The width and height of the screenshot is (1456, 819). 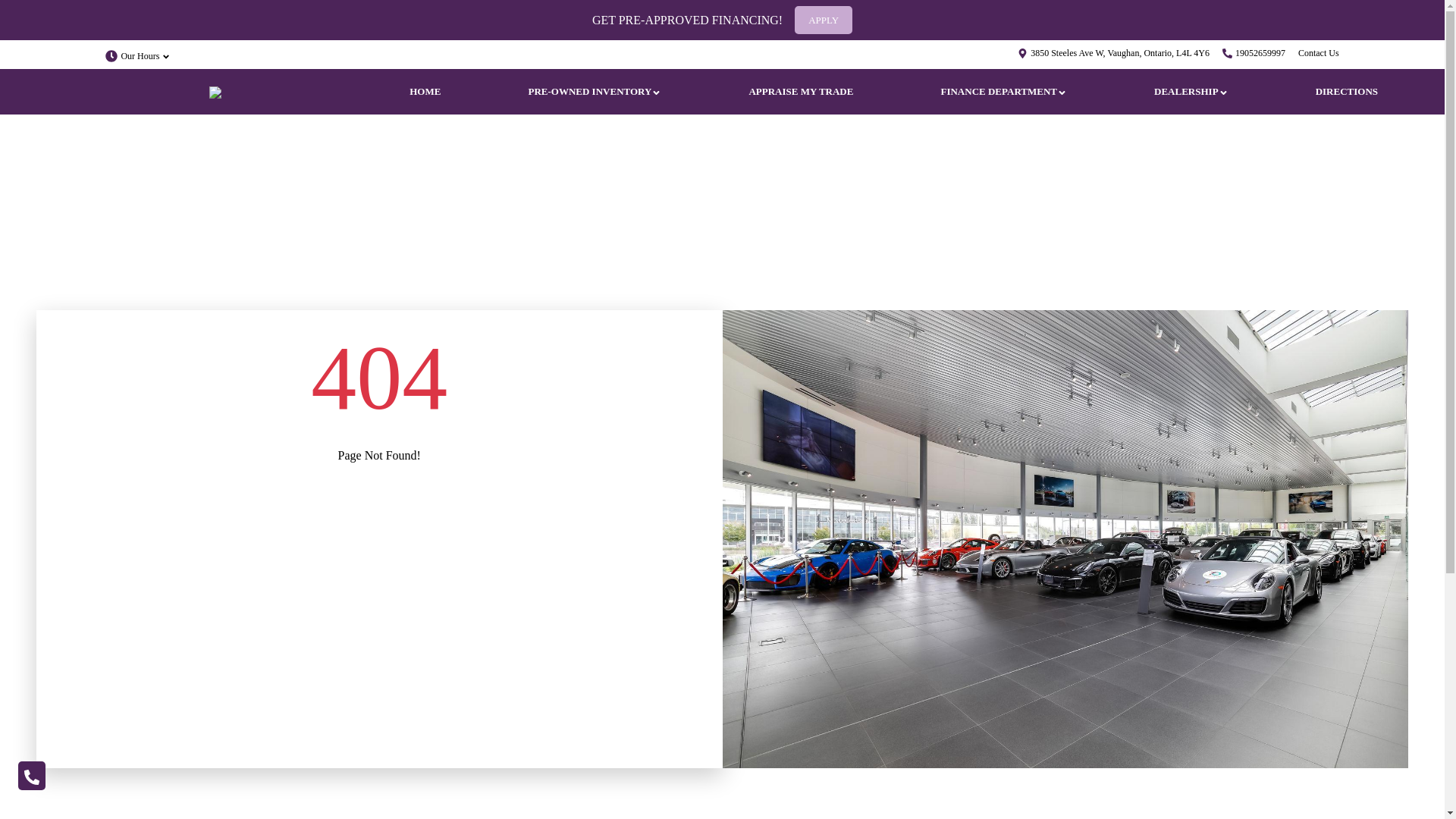 I want to click on 'DIRECTIONS', so click(x=1347, y=91).